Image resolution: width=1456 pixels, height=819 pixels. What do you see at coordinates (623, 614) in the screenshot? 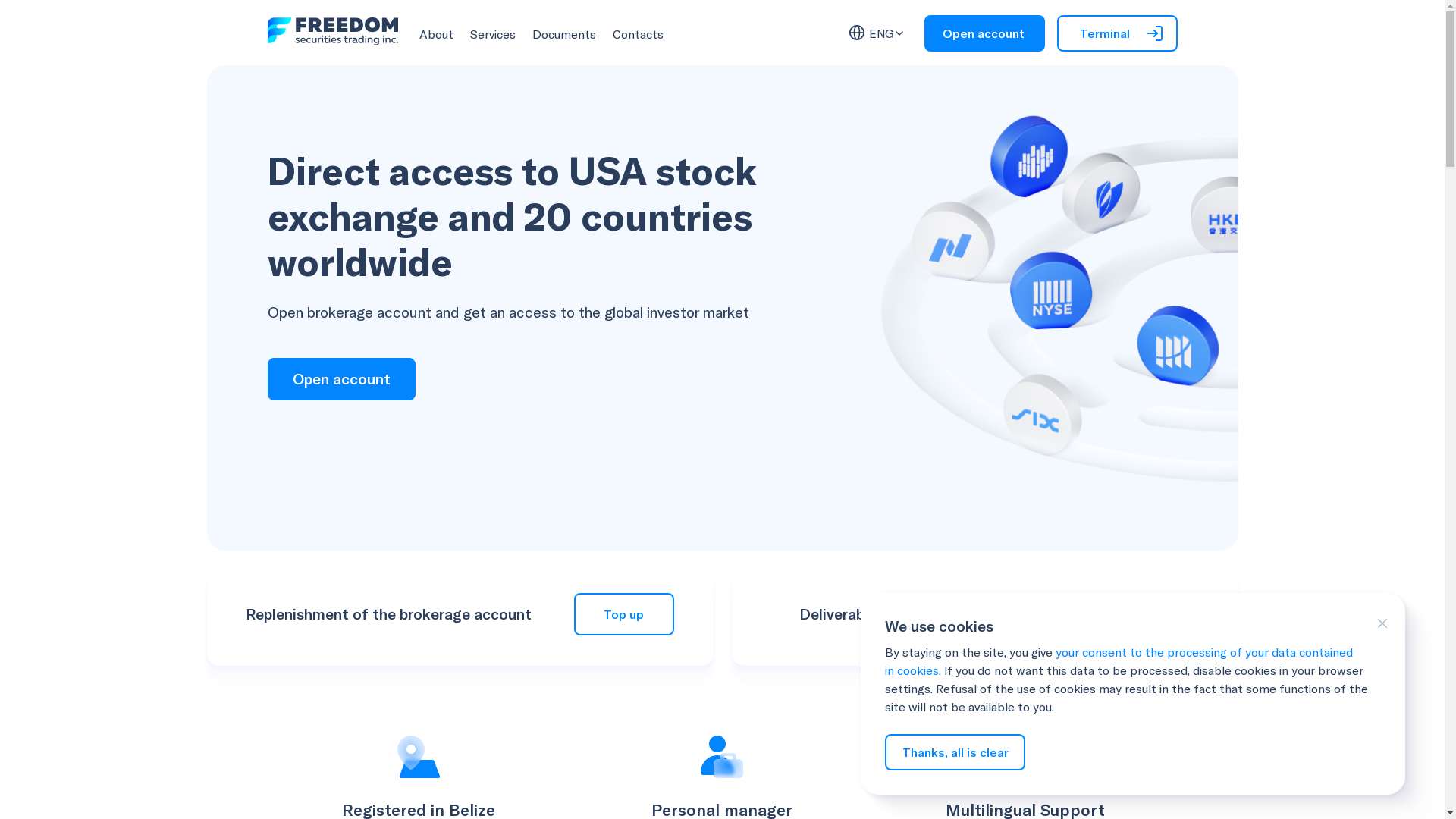
I see `'Top up'` at bounding box center [623, 614].